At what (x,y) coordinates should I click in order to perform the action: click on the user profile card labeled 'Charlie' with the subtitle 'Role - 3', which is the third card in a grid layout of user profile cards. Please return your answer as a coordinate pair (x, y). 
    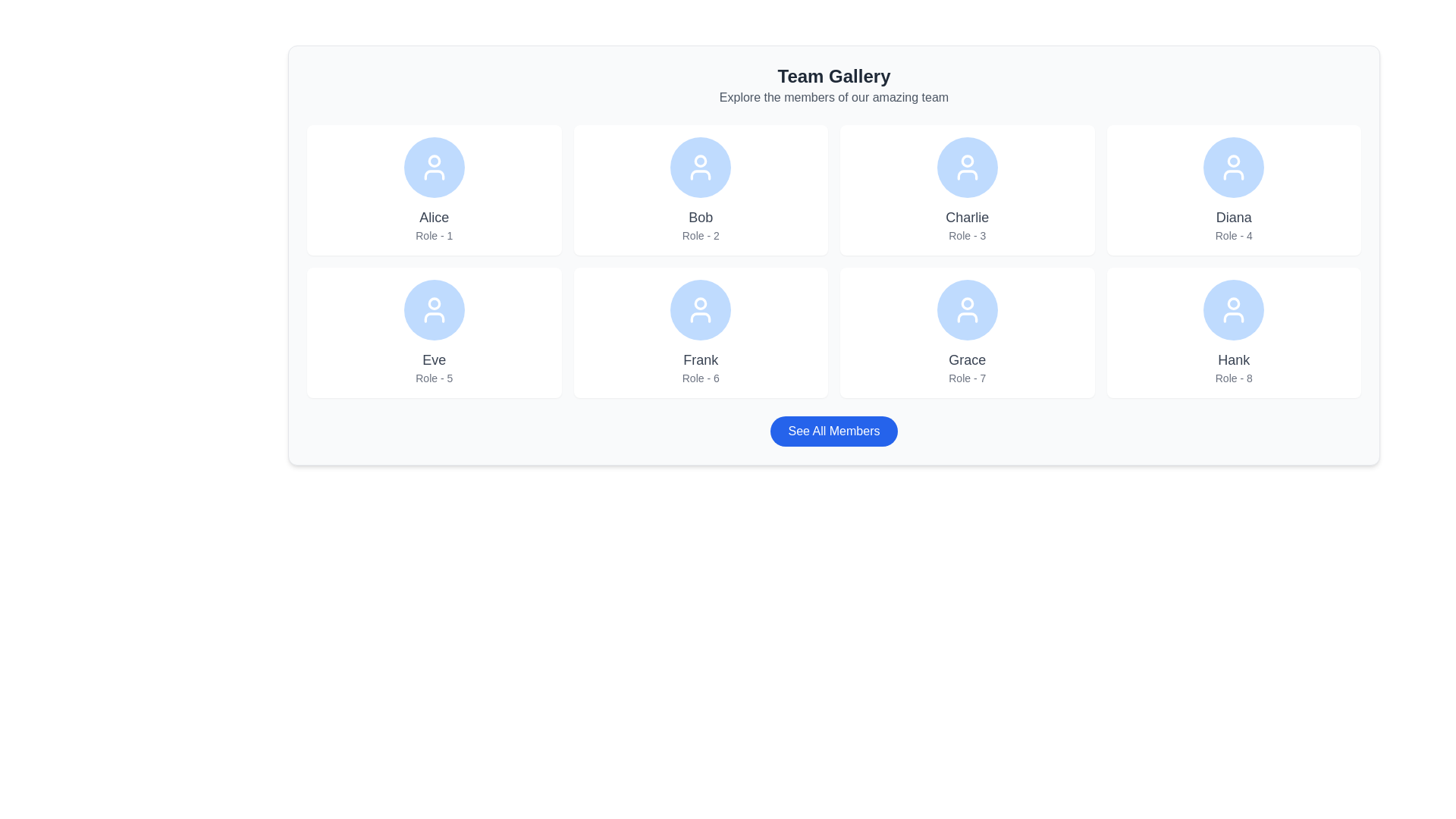
    Looking at the image, I should click on (966, 189).